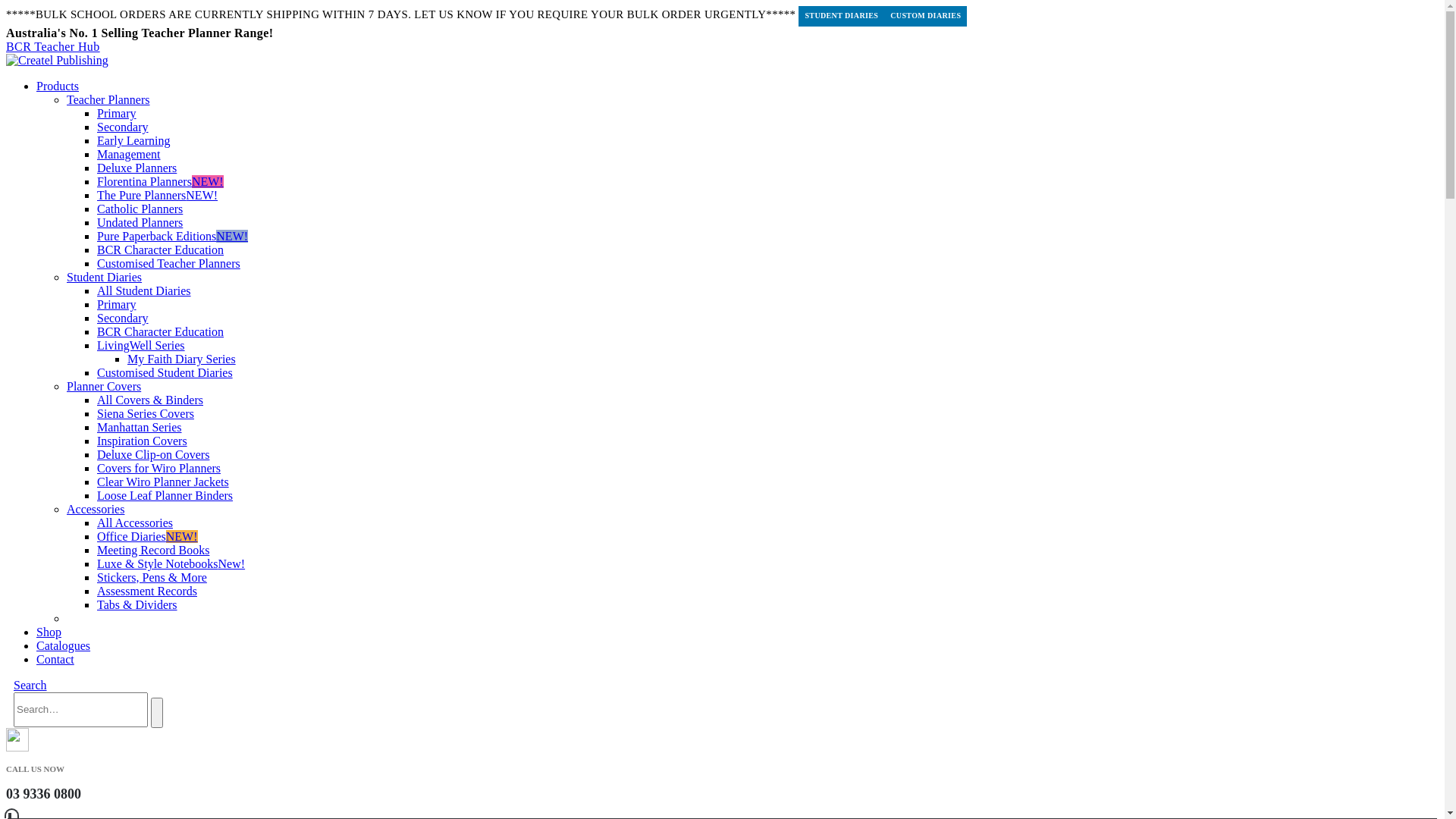 This screenshot has height=819, width=1456. I want to click on 'Inspiration Covers', so click(96, 441).